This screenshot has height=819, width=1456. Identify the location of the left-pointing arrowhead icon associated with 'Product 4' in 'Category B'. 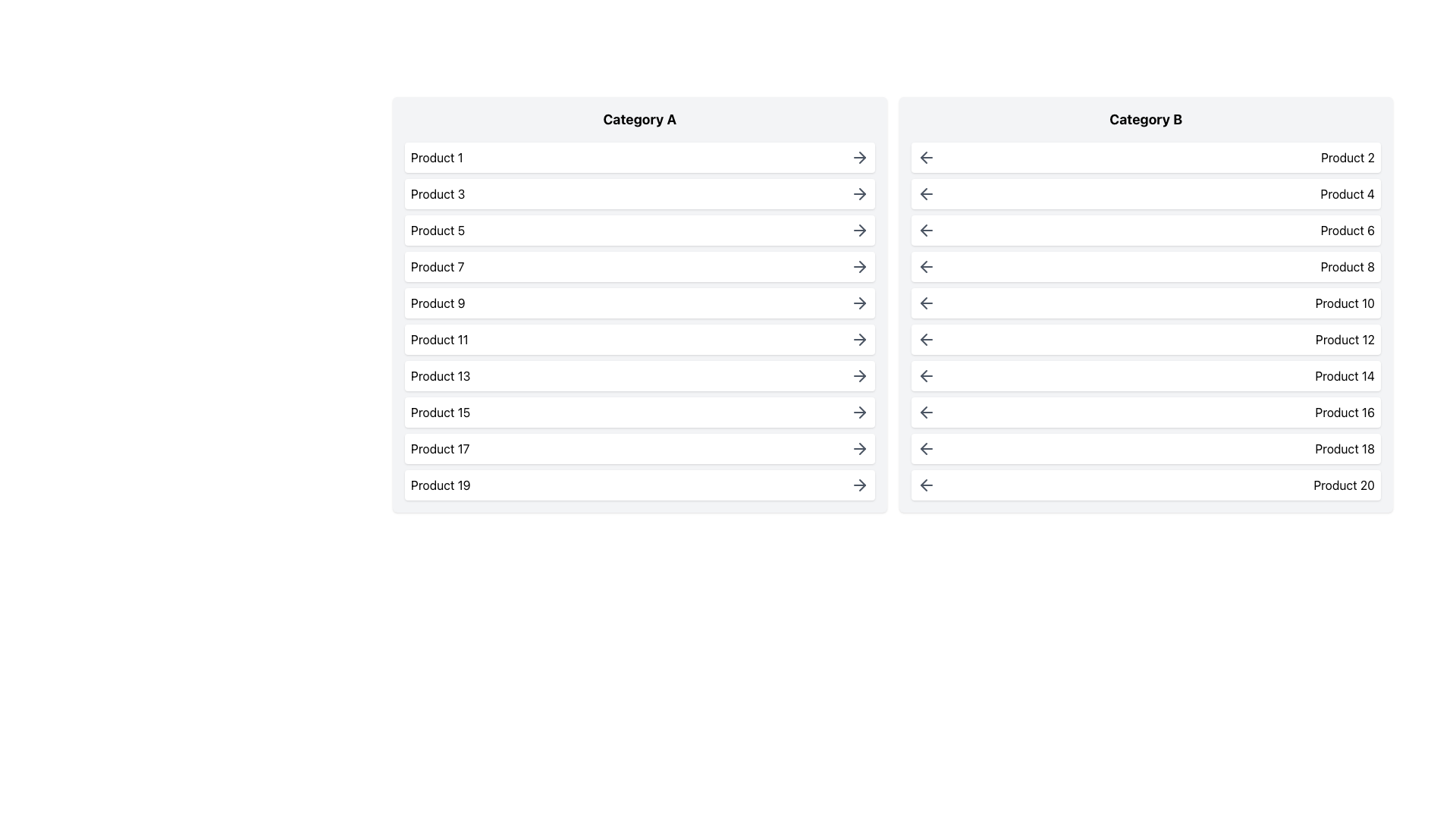
(923, 193).